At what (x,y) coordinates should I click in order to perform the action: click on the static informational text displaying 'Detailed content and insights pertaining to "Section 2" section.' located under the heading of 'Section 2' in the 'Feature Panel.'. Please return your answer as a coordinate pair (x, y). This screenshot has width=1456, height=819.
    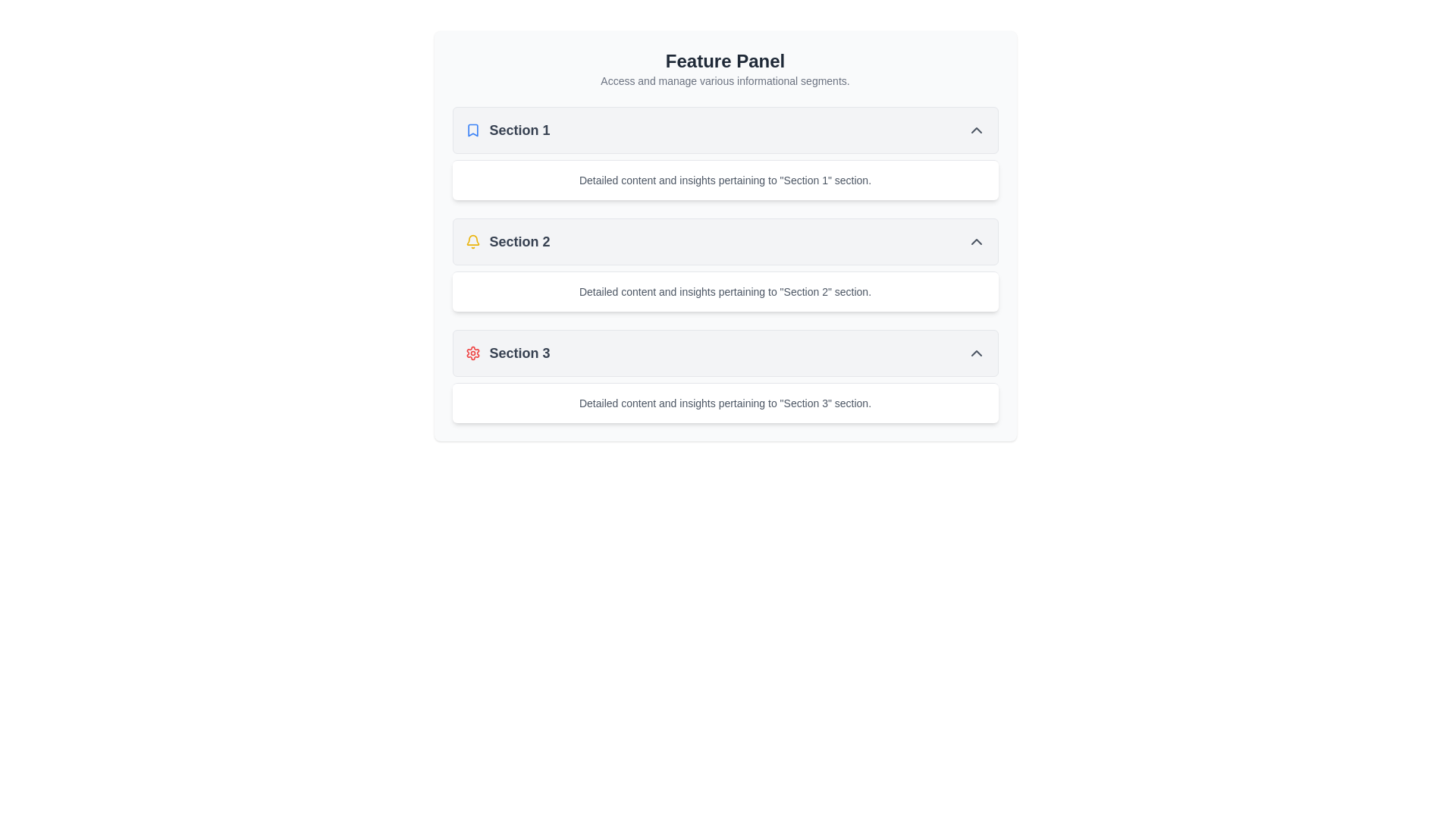
    Looking at the image, I should click on (724, 292).